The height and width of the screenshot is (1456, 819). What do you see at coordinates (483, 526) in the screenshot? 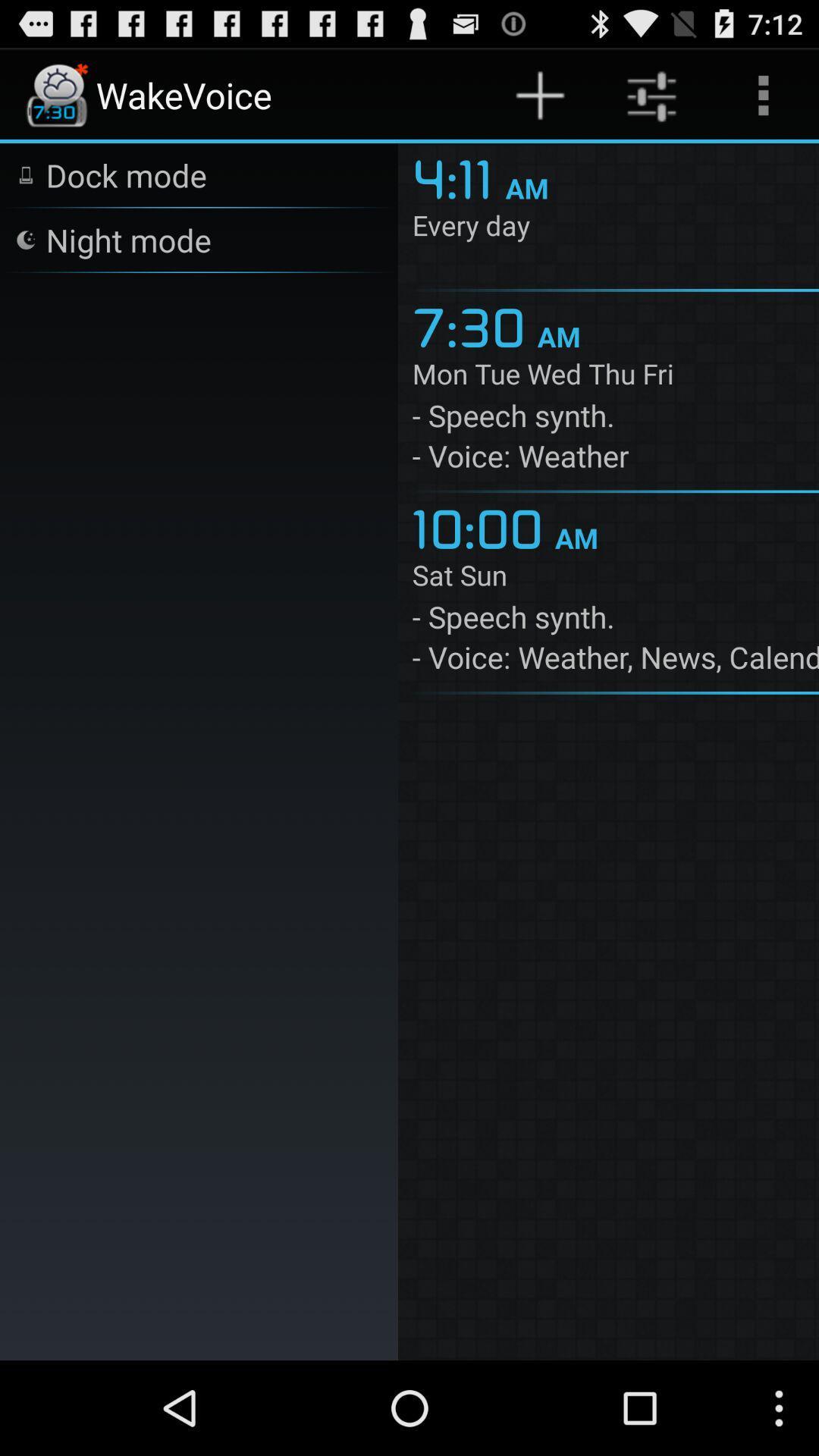
I see `the app at the center` at bounding box center [483, 526].